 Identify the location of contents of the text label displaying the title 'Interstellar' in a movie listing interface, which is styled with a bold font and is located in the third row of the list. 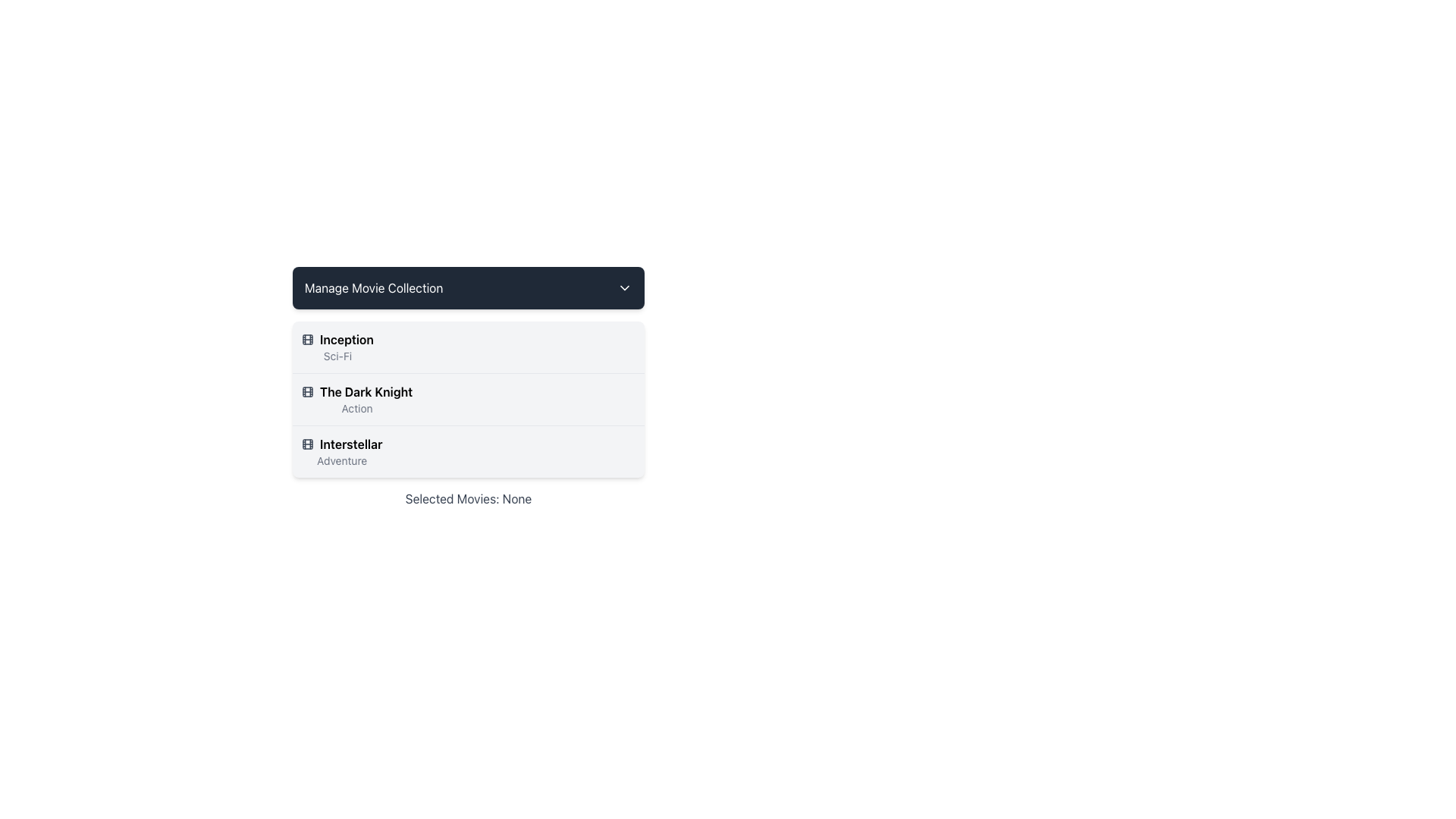
(341, 444).